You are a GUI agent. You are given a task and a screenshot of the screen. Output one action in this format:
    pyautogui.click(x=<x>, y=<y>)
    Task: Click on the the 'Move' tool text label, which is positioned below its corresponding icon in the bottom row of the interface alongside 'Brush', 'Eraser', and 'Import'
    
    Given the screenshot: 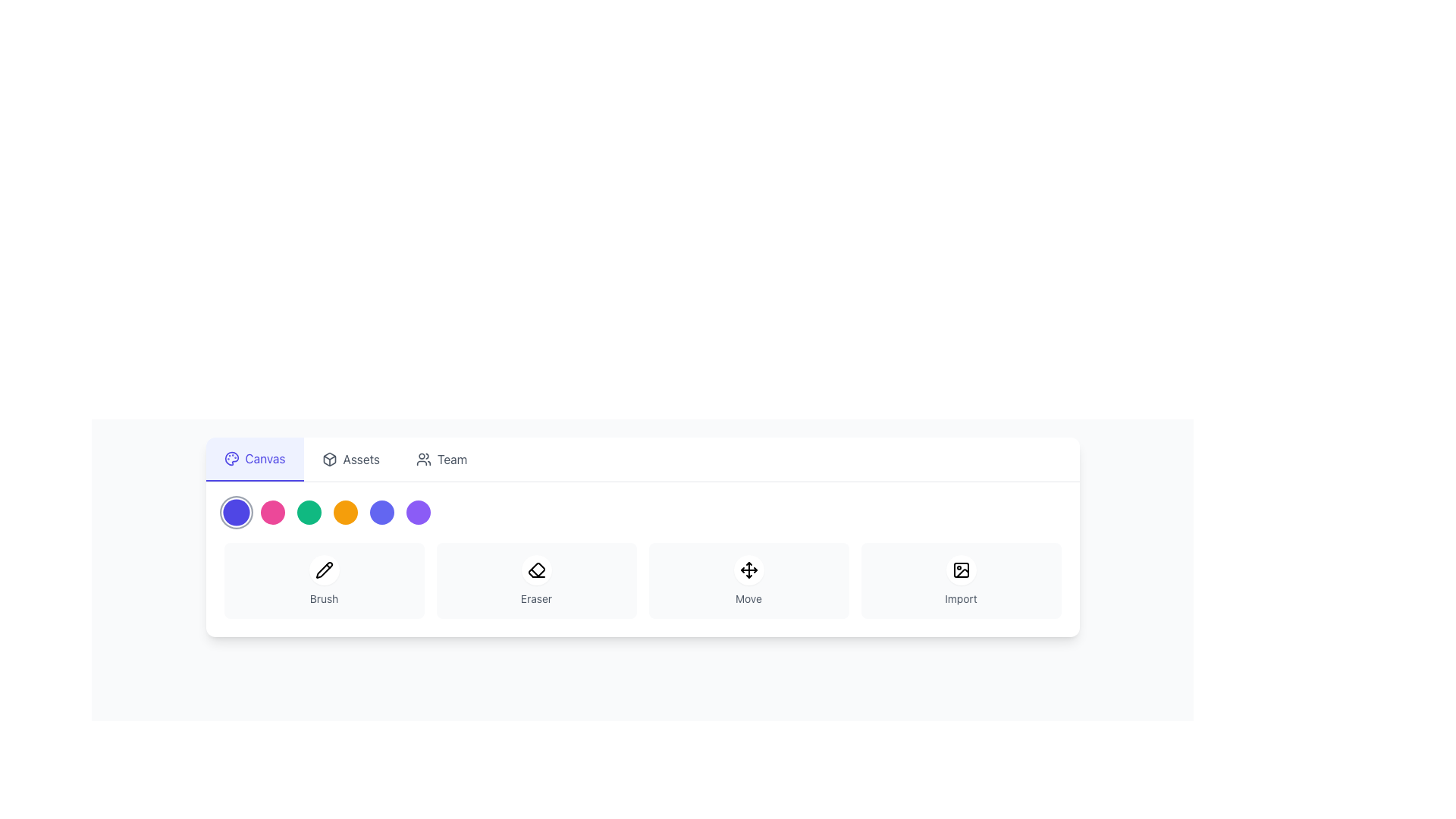 What is the action you would take?
    pyautogui.click(x=748, y=598)
    